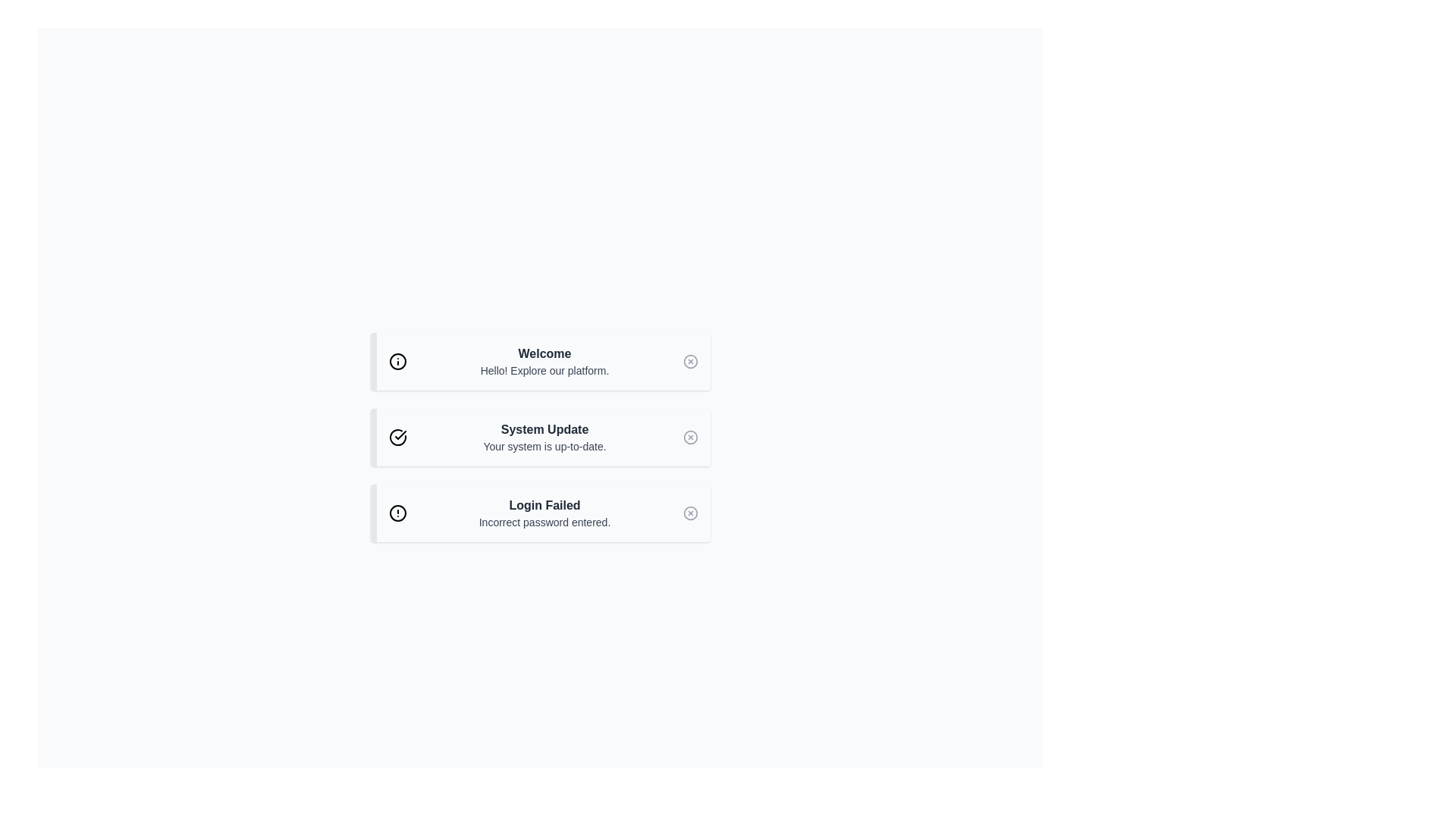  Describe the element at coordinates (544, 513) in the screenshot. I see `error notification message indicating the login attempt failed due to an incorrect password, which is located in the third row of the notification list` at that location.